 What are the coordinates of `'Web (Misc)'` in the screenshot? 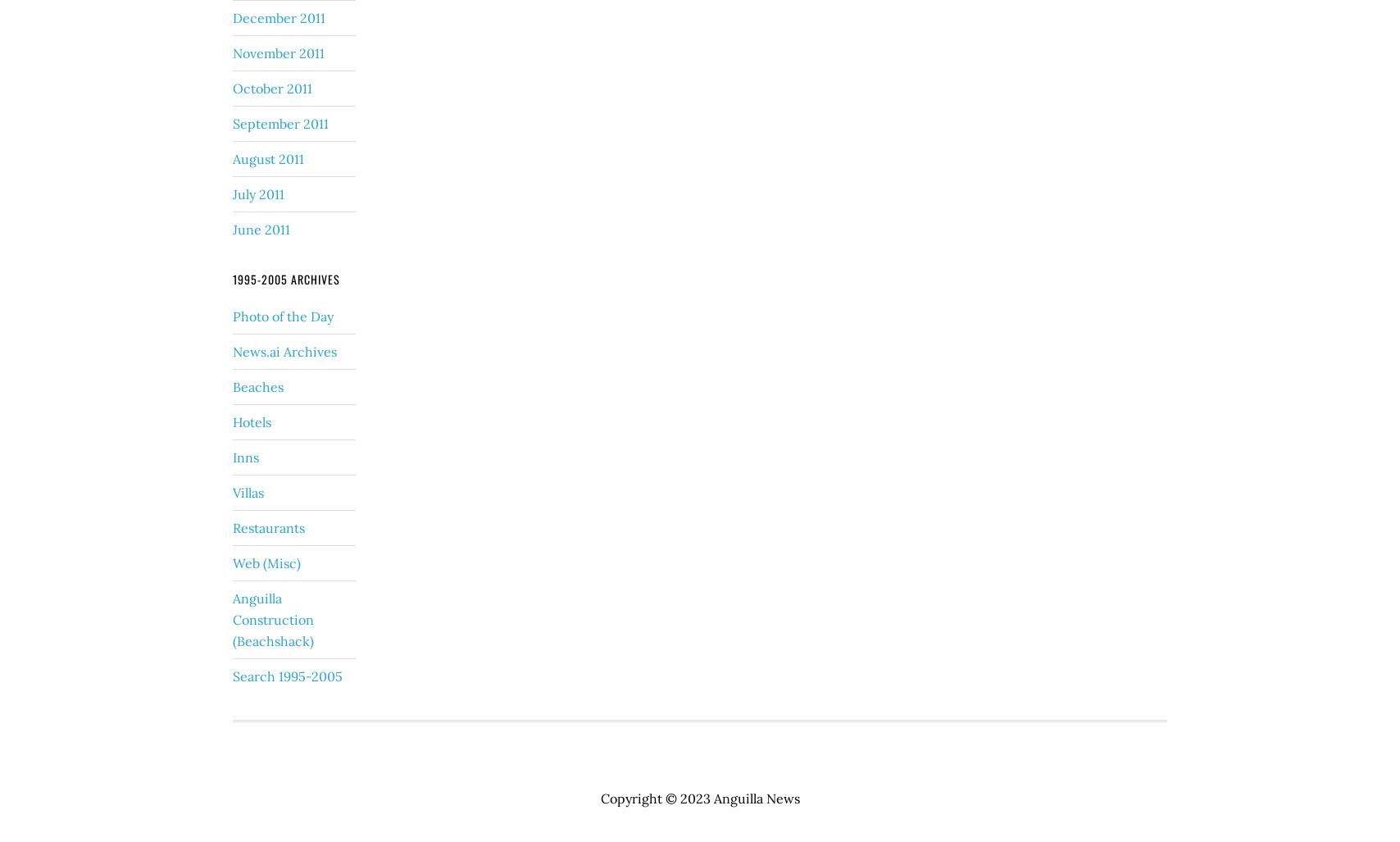 It's located at (233, 562).